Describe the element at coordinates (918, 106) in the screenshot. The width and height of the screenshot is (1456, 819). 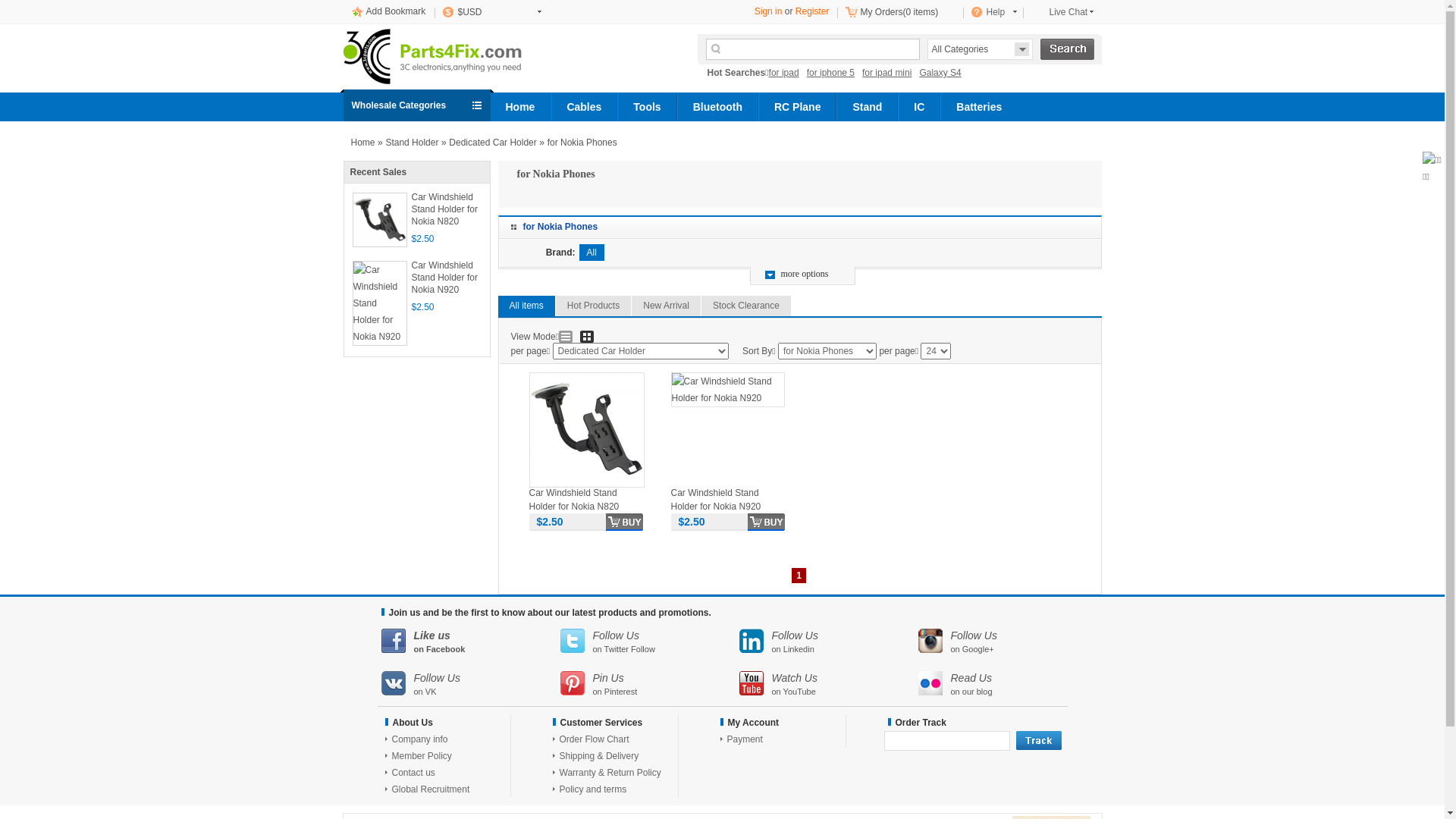
I see `'IC'` at that location.